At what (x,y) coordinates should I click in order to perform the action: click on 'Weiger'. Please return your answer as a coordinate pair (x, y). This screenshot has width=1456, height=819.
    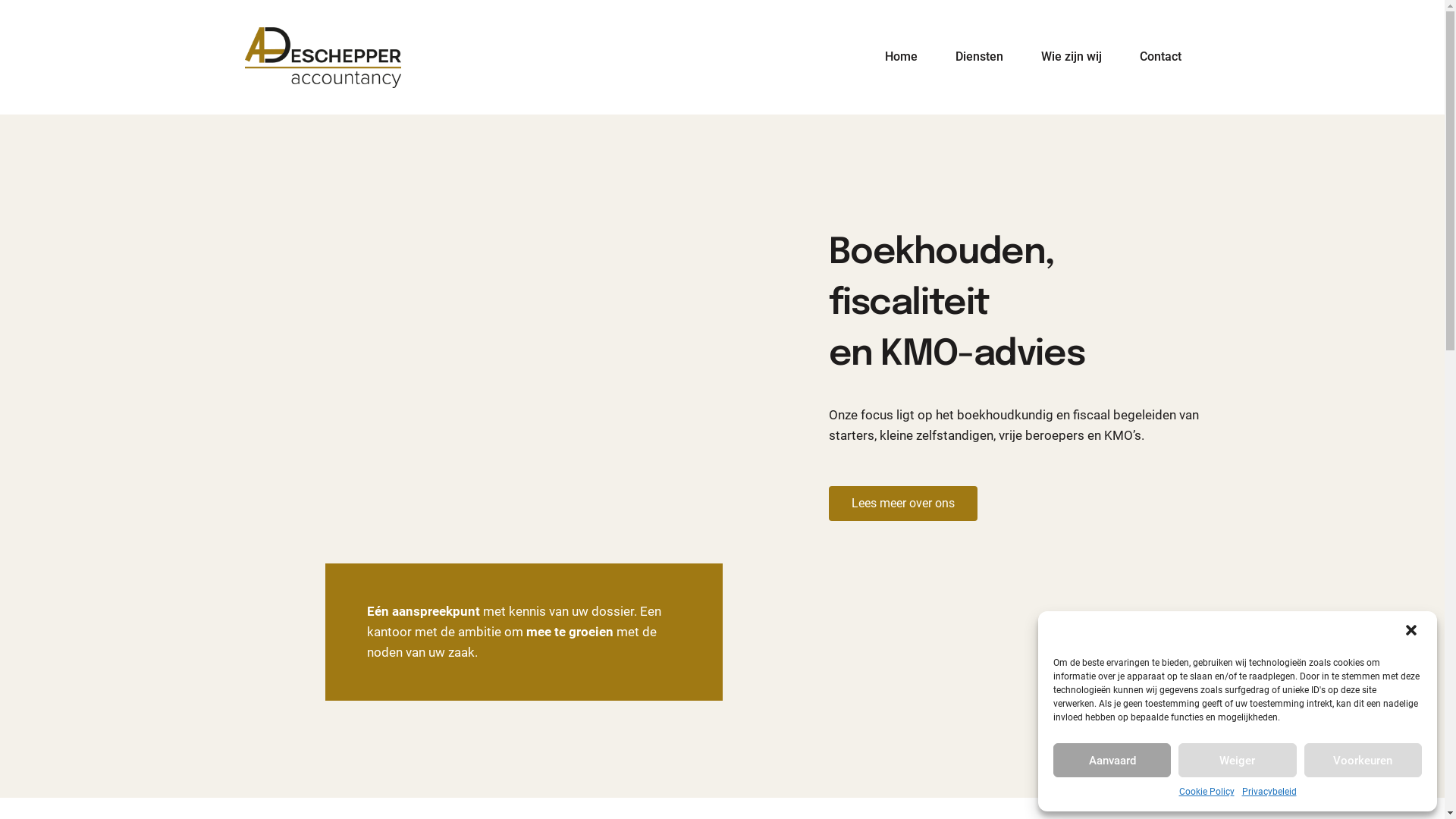
    Looking at the image, I should click on (1237, 760).